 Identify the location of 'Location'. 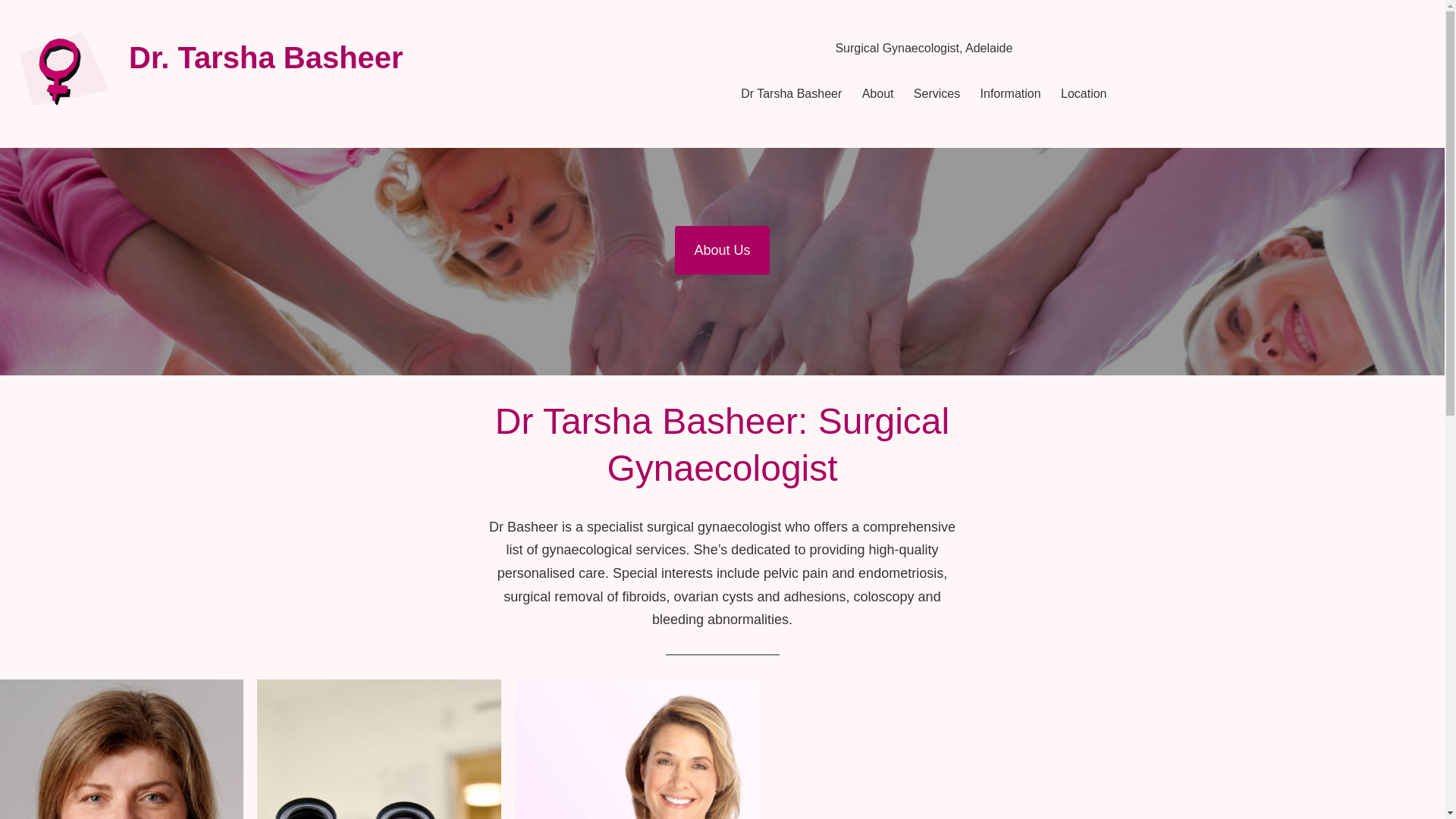
(1083, 93).